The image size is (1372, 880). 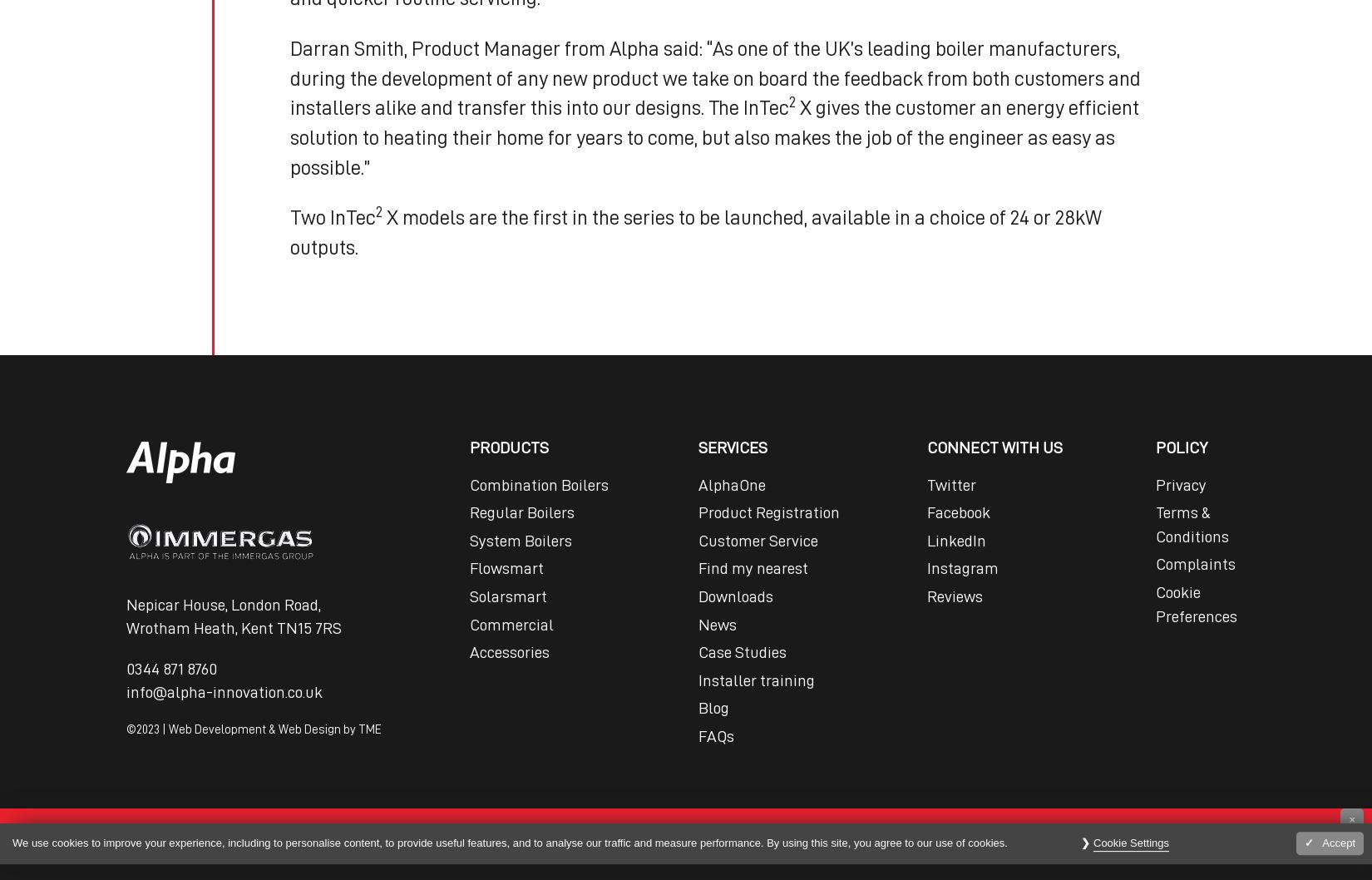 What do you see at coordinates (506, 596) in the screenshot?
I see `'Solarsmart'` at bounding box center [506, 596].